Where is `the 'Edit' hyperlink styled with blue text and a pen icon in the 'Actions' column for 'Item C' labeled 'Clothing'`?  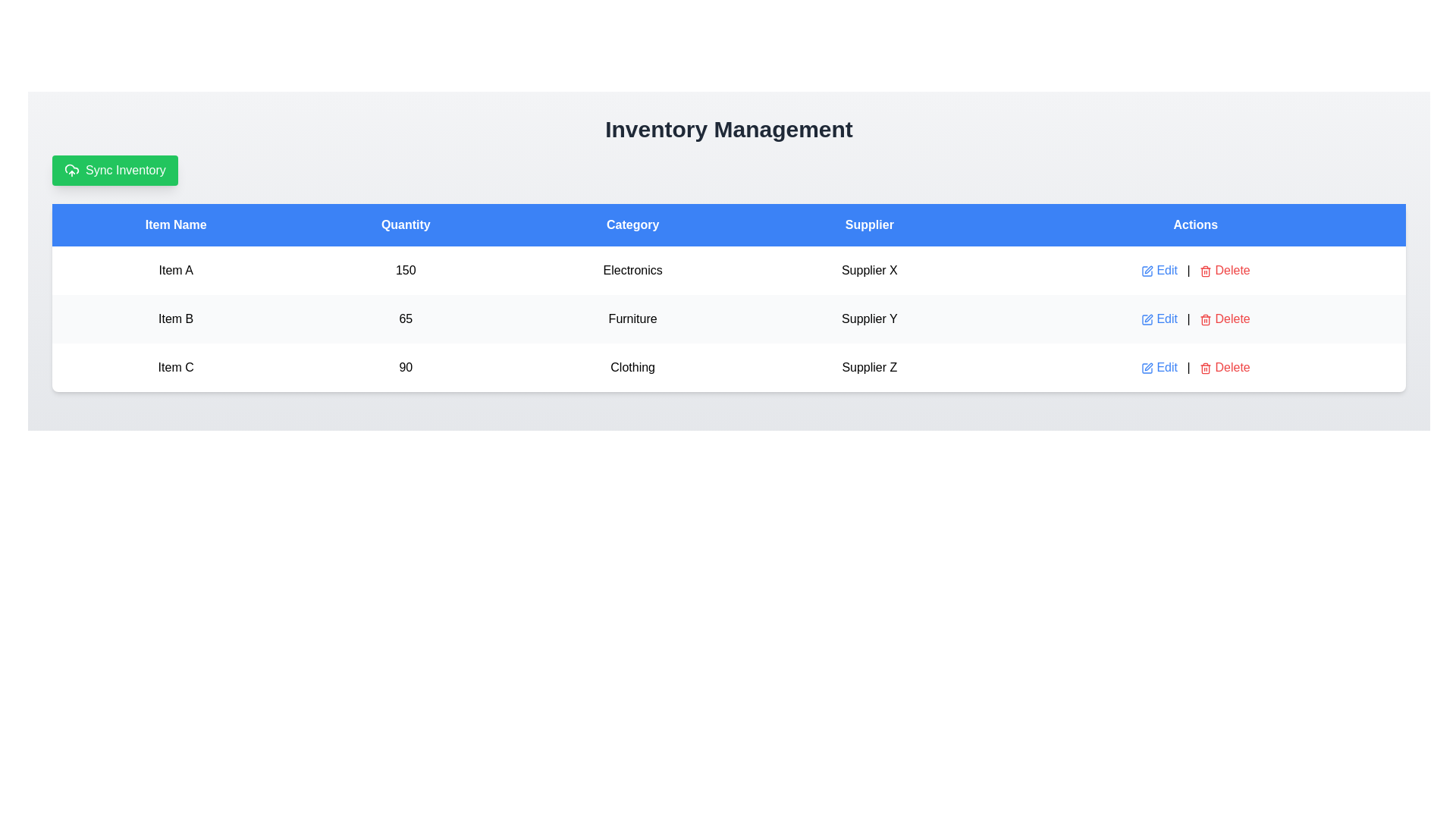
the 'Edit' hyperlink styled with blue text and a pen icon in the 'Actions' column for 'Item C' labeled 'Clothing' is located at coordinates (1158, 368).